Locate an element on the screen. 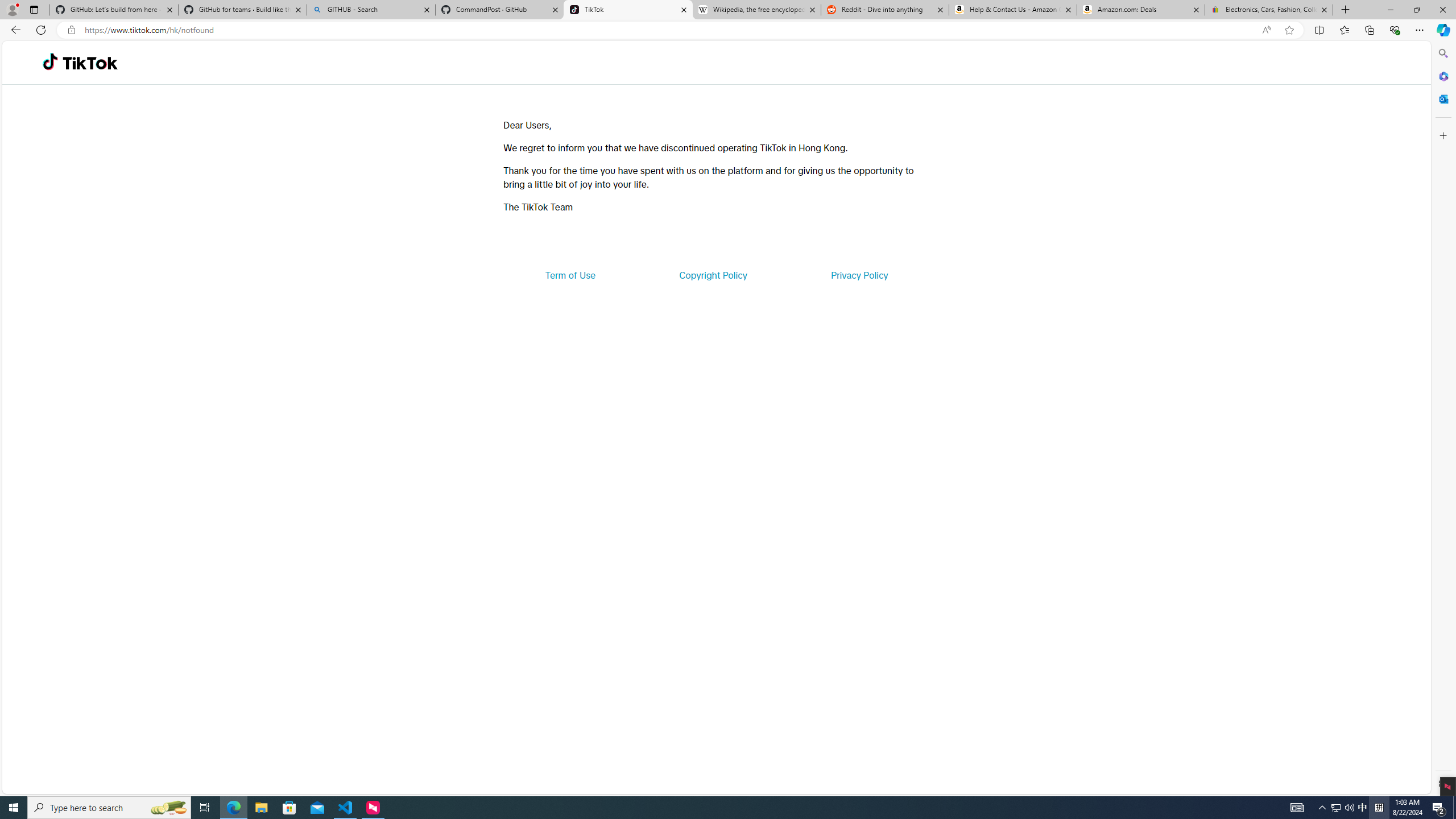  'Reddit - Dive into anything' is located at coordinates (885, 9).